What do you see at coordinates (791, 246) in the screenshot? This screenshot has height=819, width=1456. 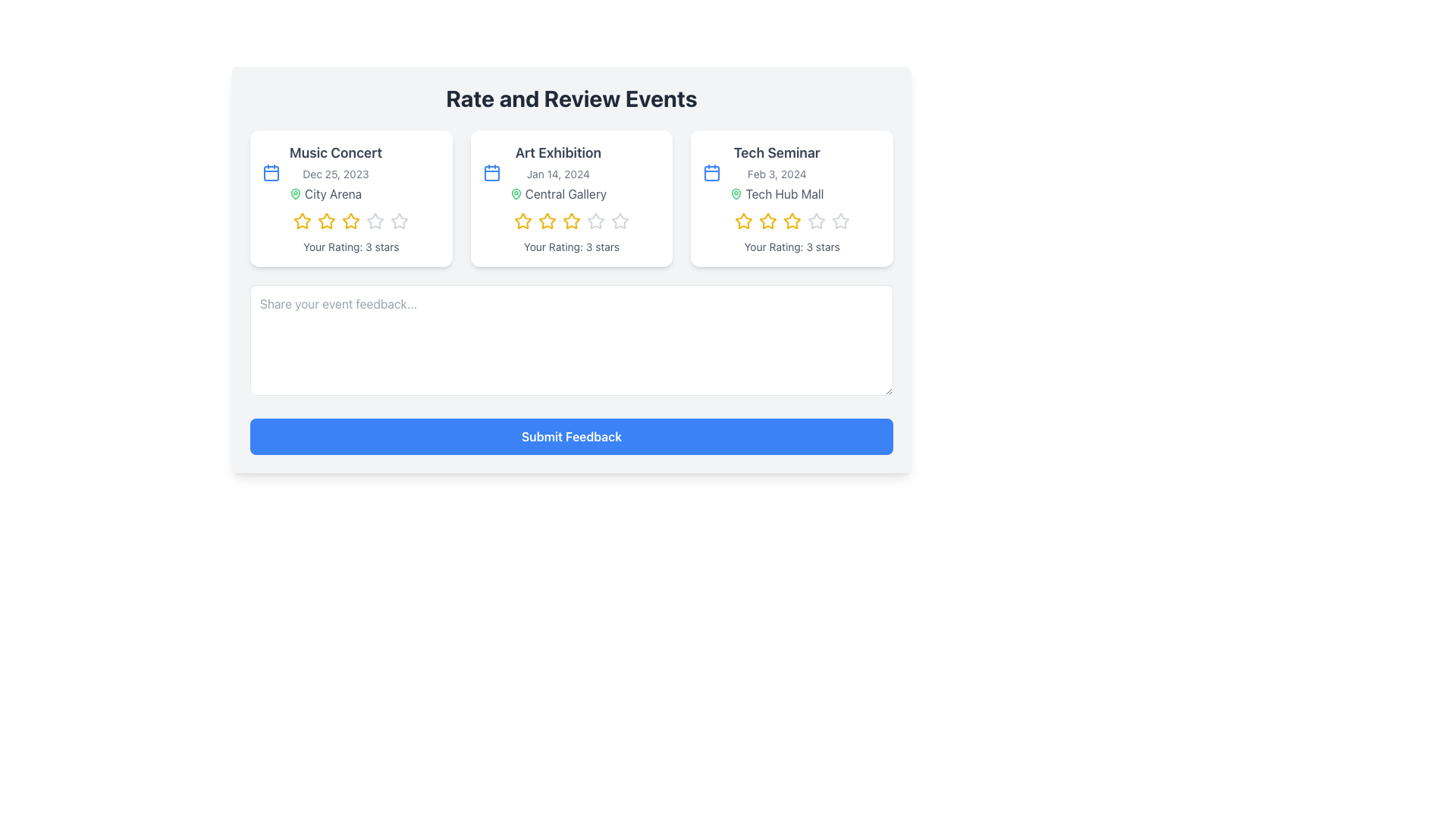 I see `the static text label that displays the user's current rating for the 'Tech Seminar' event, located beneath the star rating section in the rightmost column of a three-card grid` at bounding box center [791, 246].